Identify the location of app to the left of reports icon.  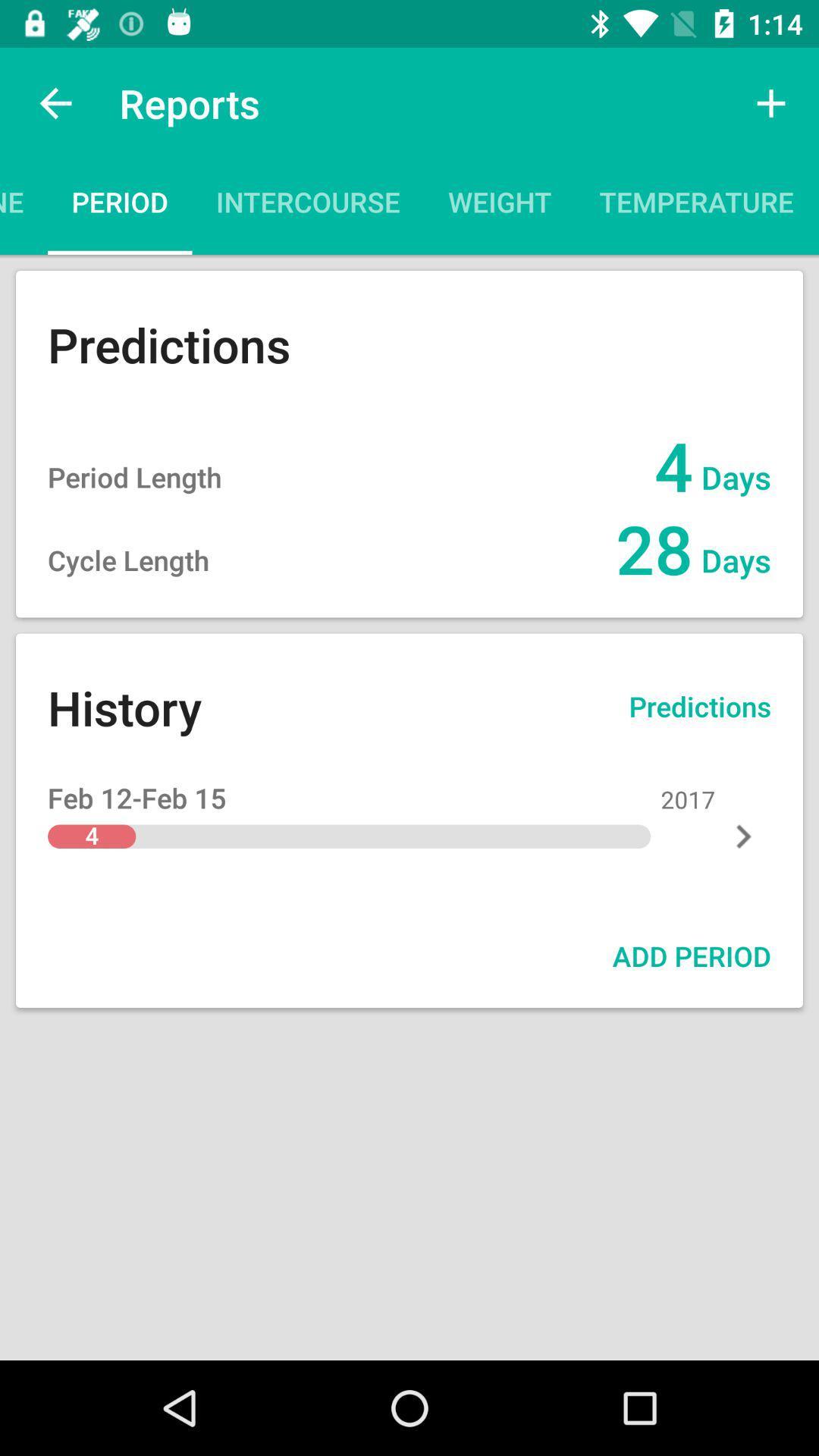
(55, 102).